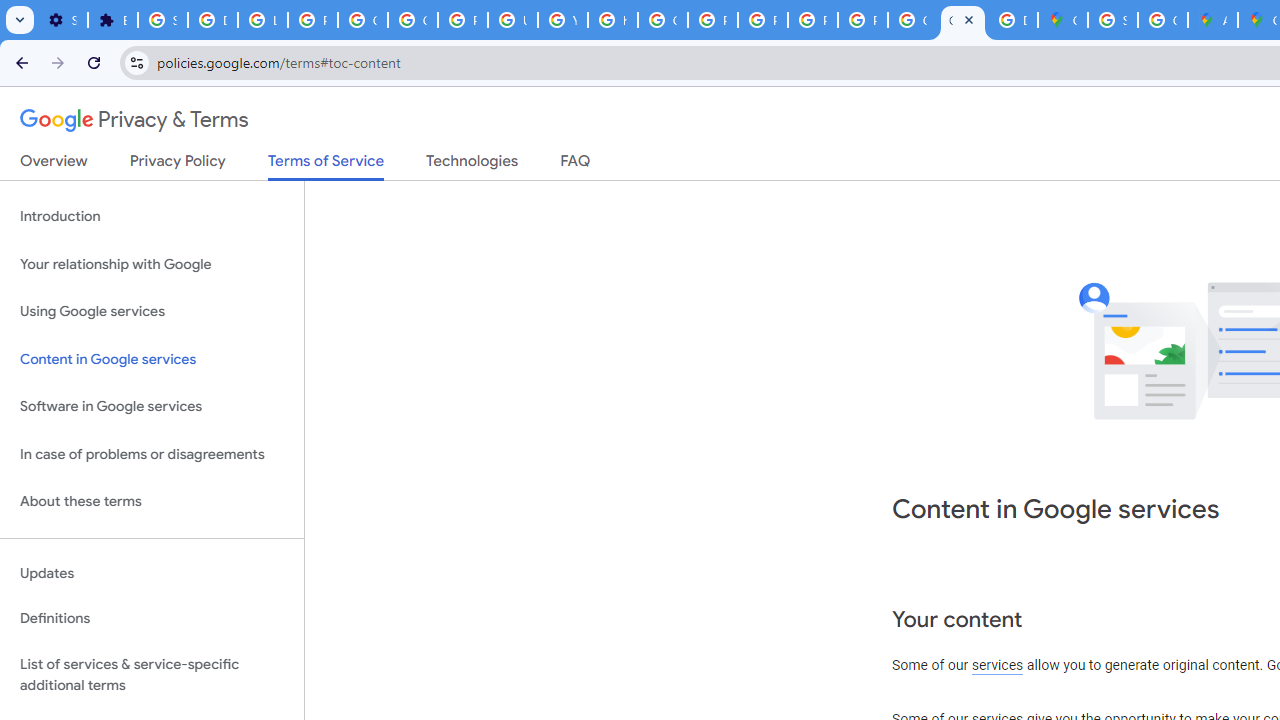 The width and height of the screenshot is (1280, 720). Describe the element at coordinates (1162, 20) in the screenshot. I see `'Create your Google Account'` at that location.